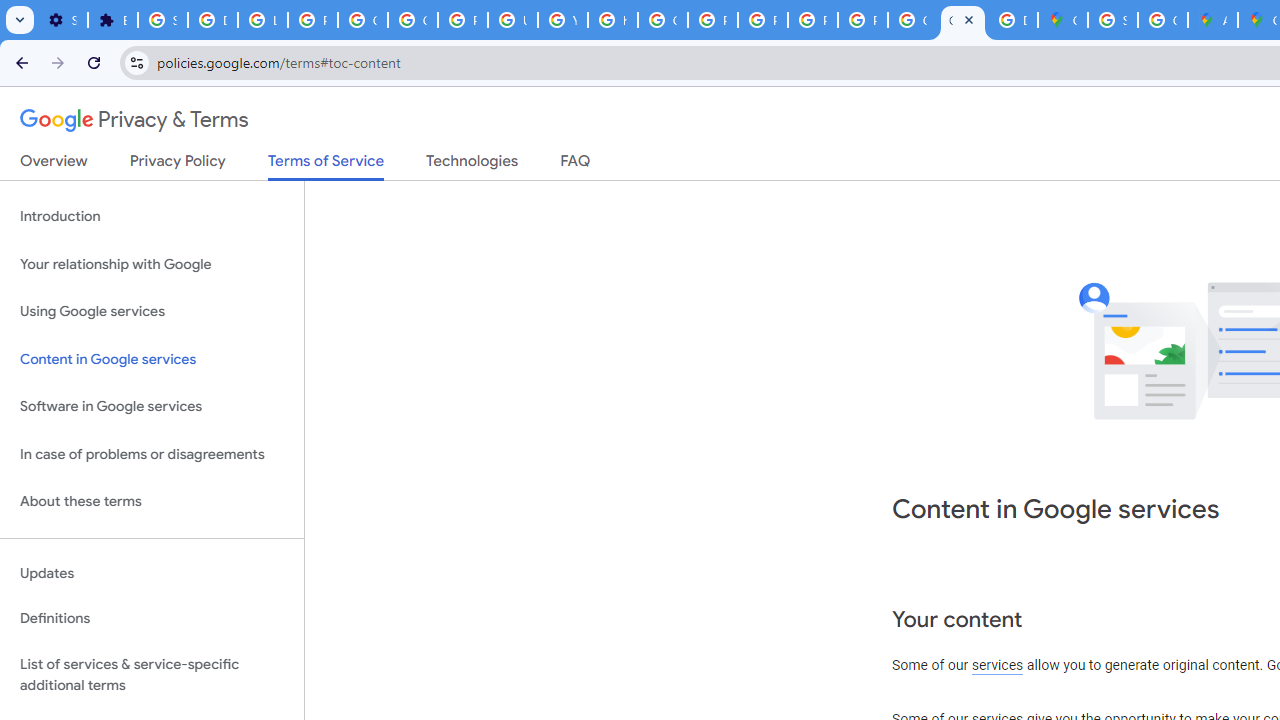 The width and height of the screenshot is (1280, 720). Describe the element at coordinates (1162, 20) in the screenshot. I see `'Create your Google Account'` at that location.